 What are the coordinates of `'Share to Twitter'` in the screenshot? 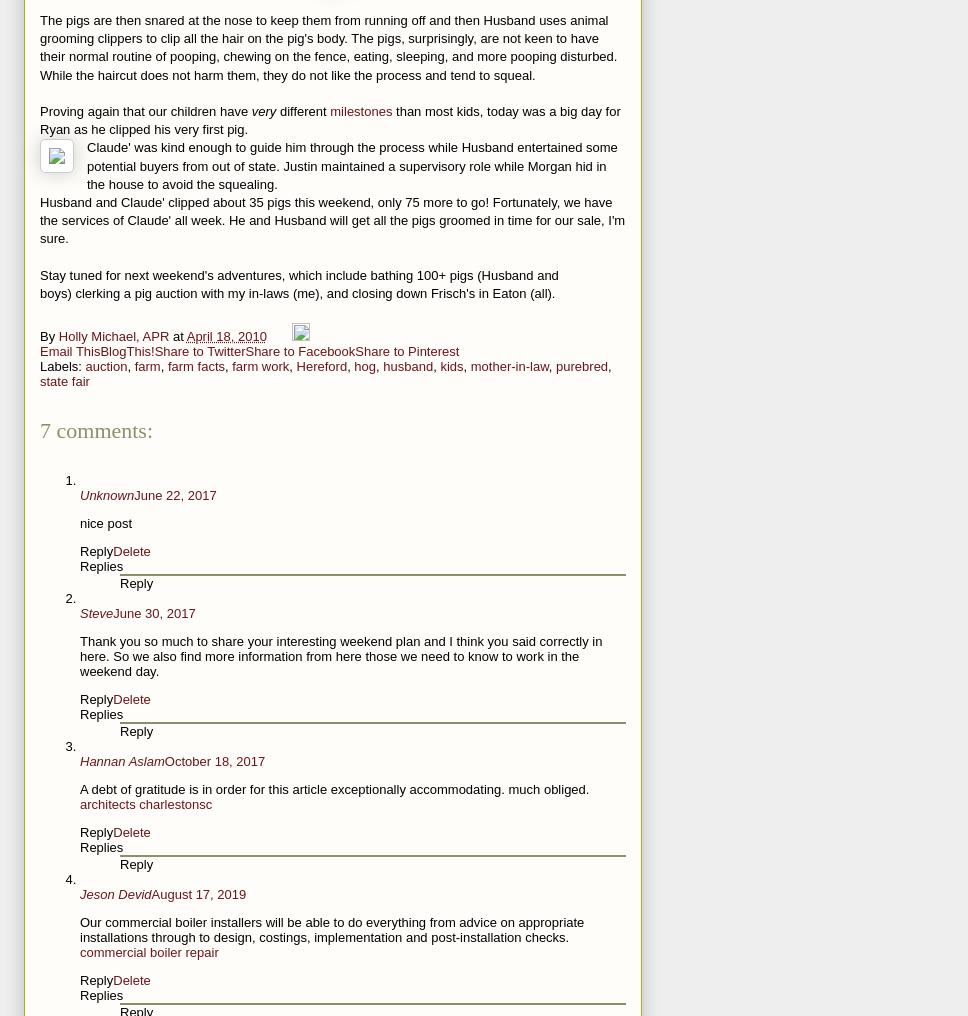 It's located at (199, 350).